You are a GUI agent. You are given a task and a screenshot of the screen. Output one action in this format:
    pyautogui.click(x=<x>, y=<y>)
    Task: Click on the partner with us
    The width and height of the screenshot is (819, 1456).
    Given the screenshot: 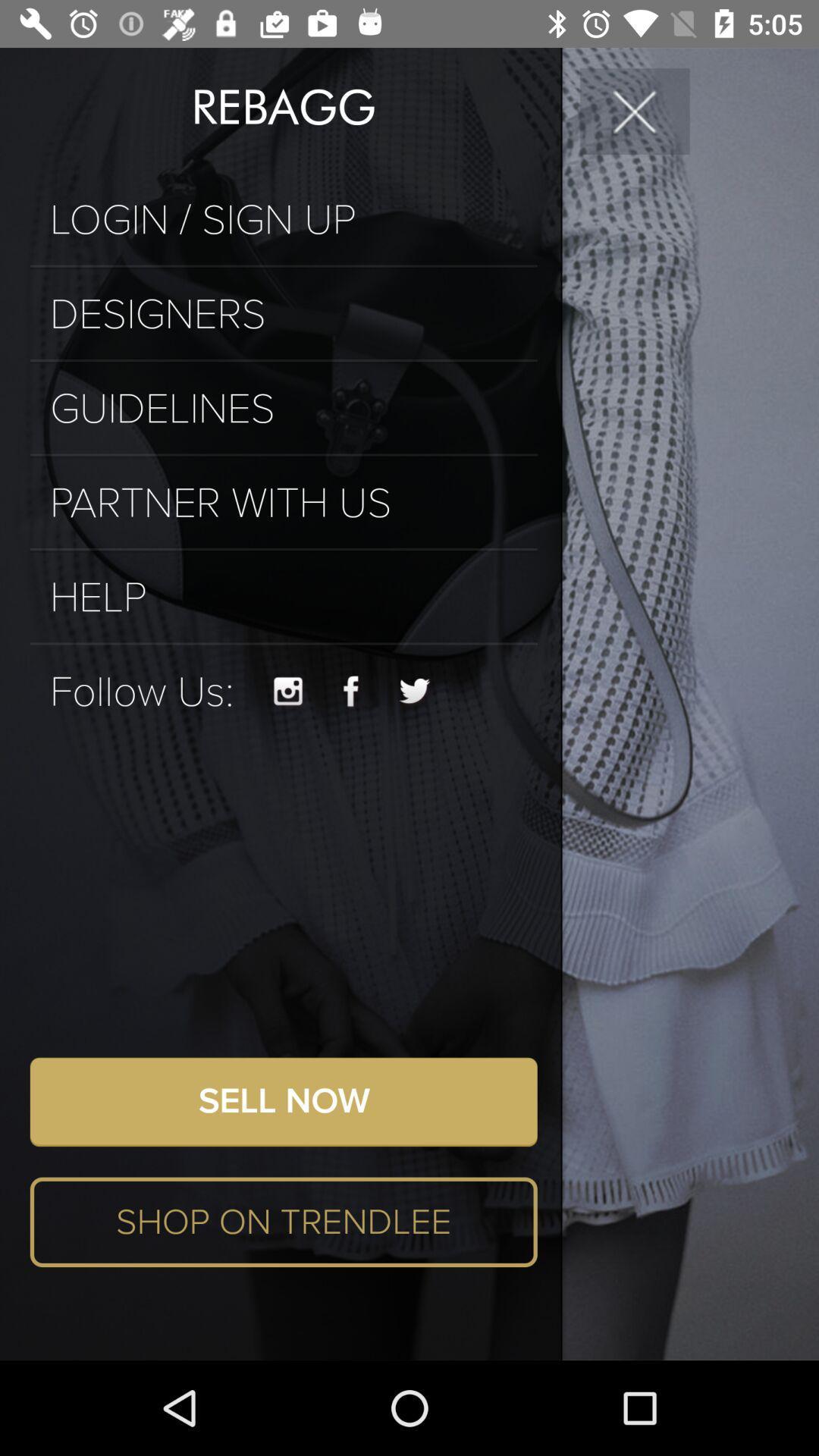 What is the action you would take?
    pyautogui.click(x=284, y=503)
    